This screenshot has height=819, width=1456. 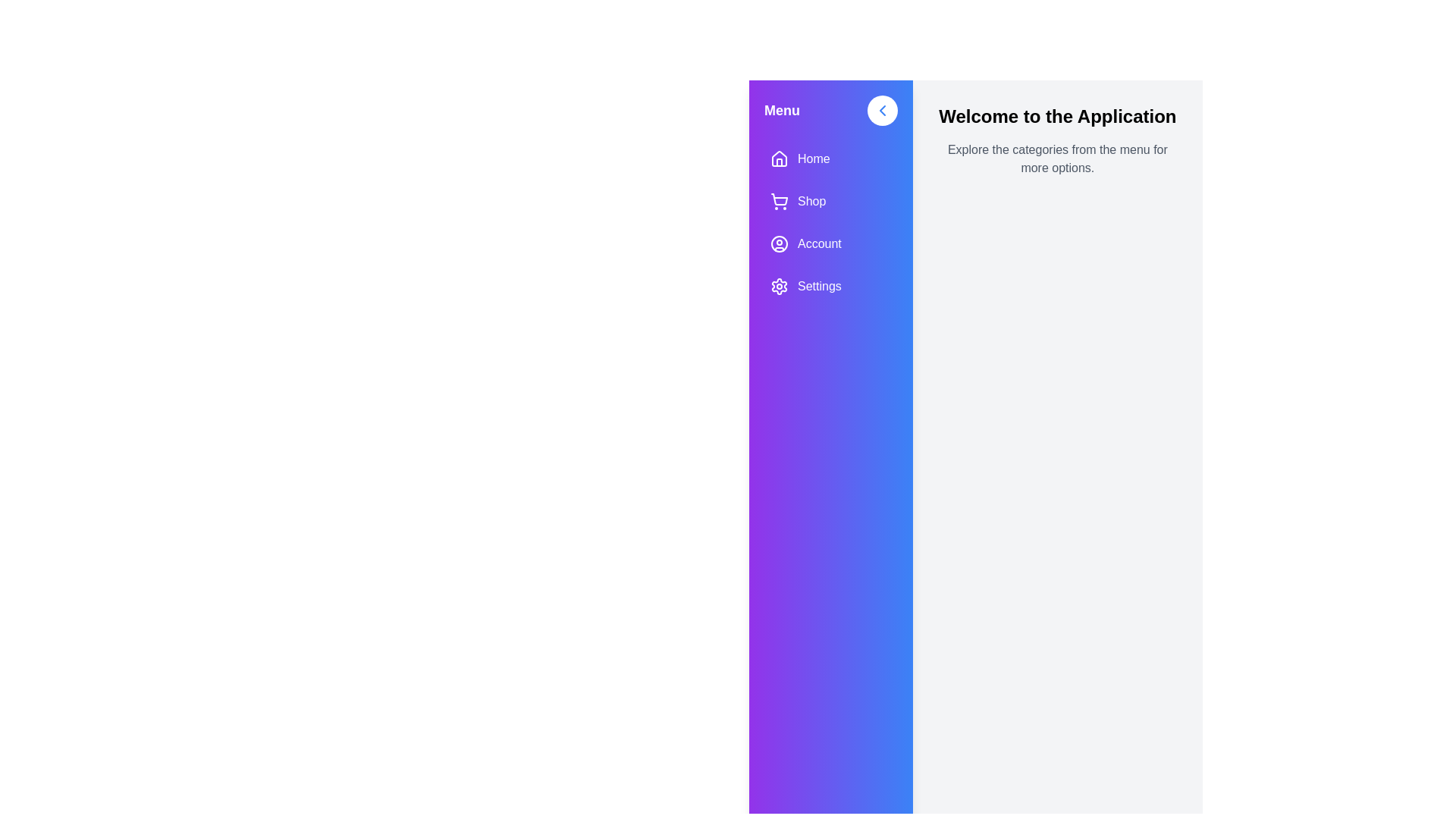 I want to click on the clickable menu item positioned as the third item in the navigation bar, which likely leads to account settings or information page, to observe potential style changes, so click(x=830, y=243).